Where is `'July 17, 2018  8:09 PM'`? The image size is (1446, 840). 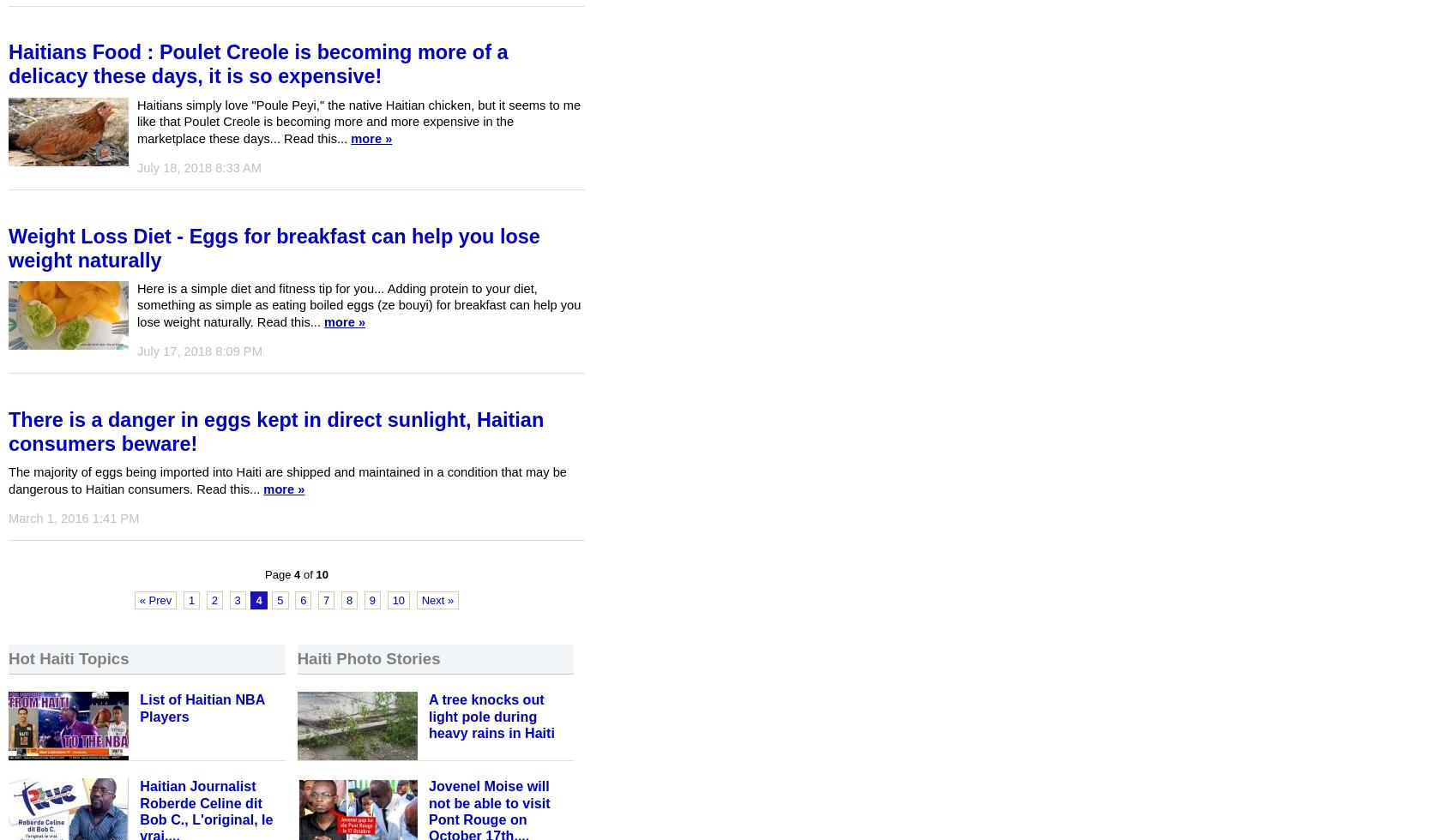
'July 17, 2018  8:09 PM' is located at coordinates (137, 351).